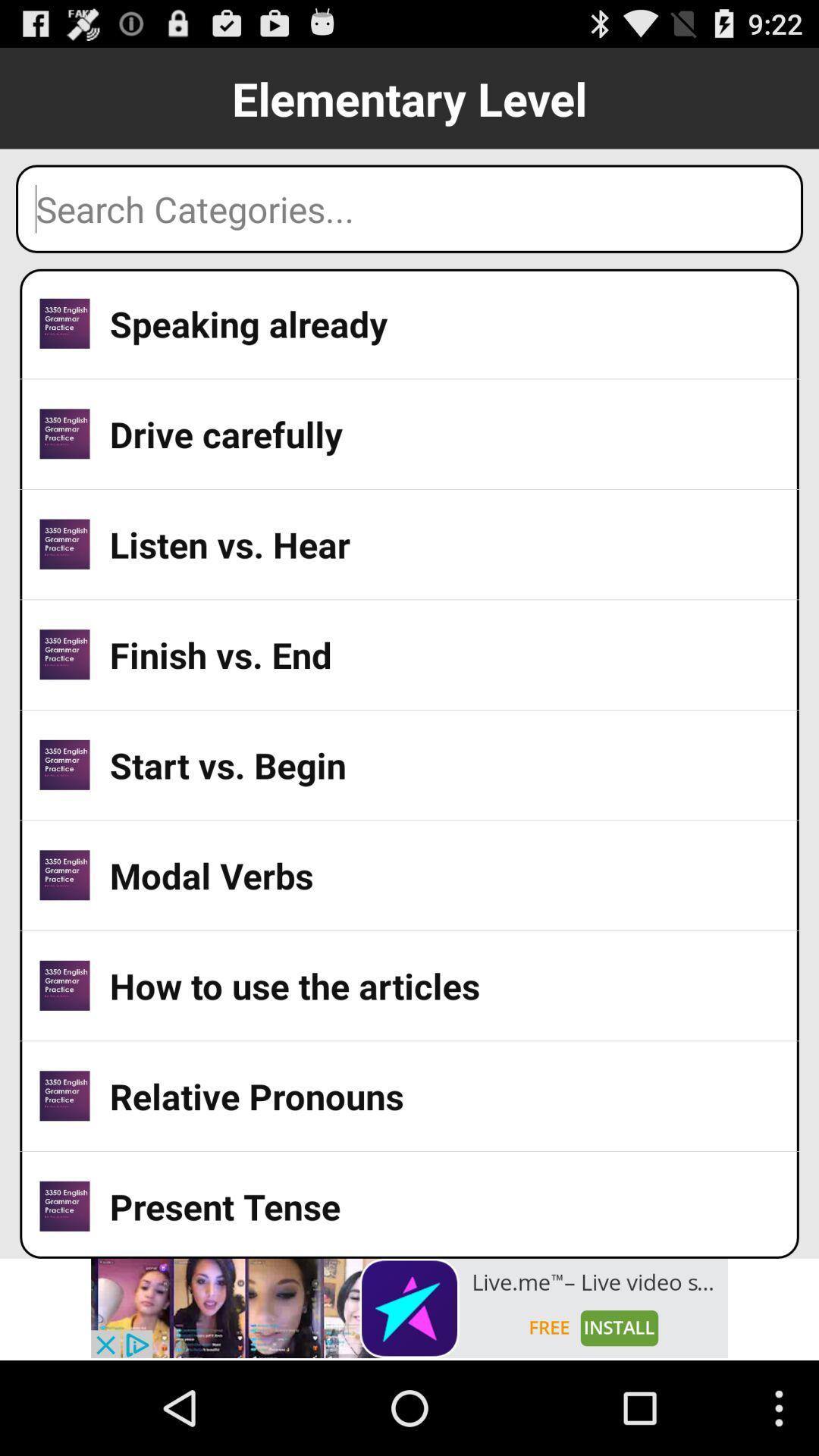  Describe the element at coordinates (409, 208) in the screenshot. I see `search box for categories` at that location.